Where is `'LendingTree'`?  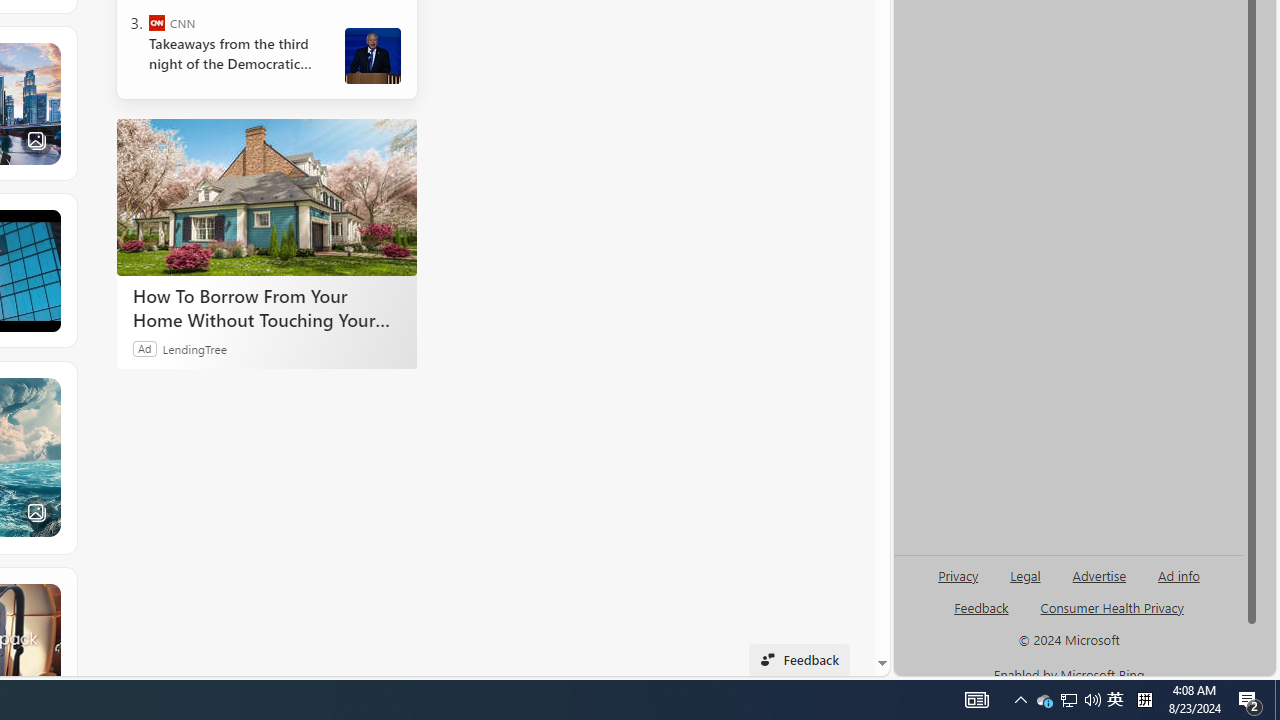 'LendingTree' is located at coordinates (195, 347).